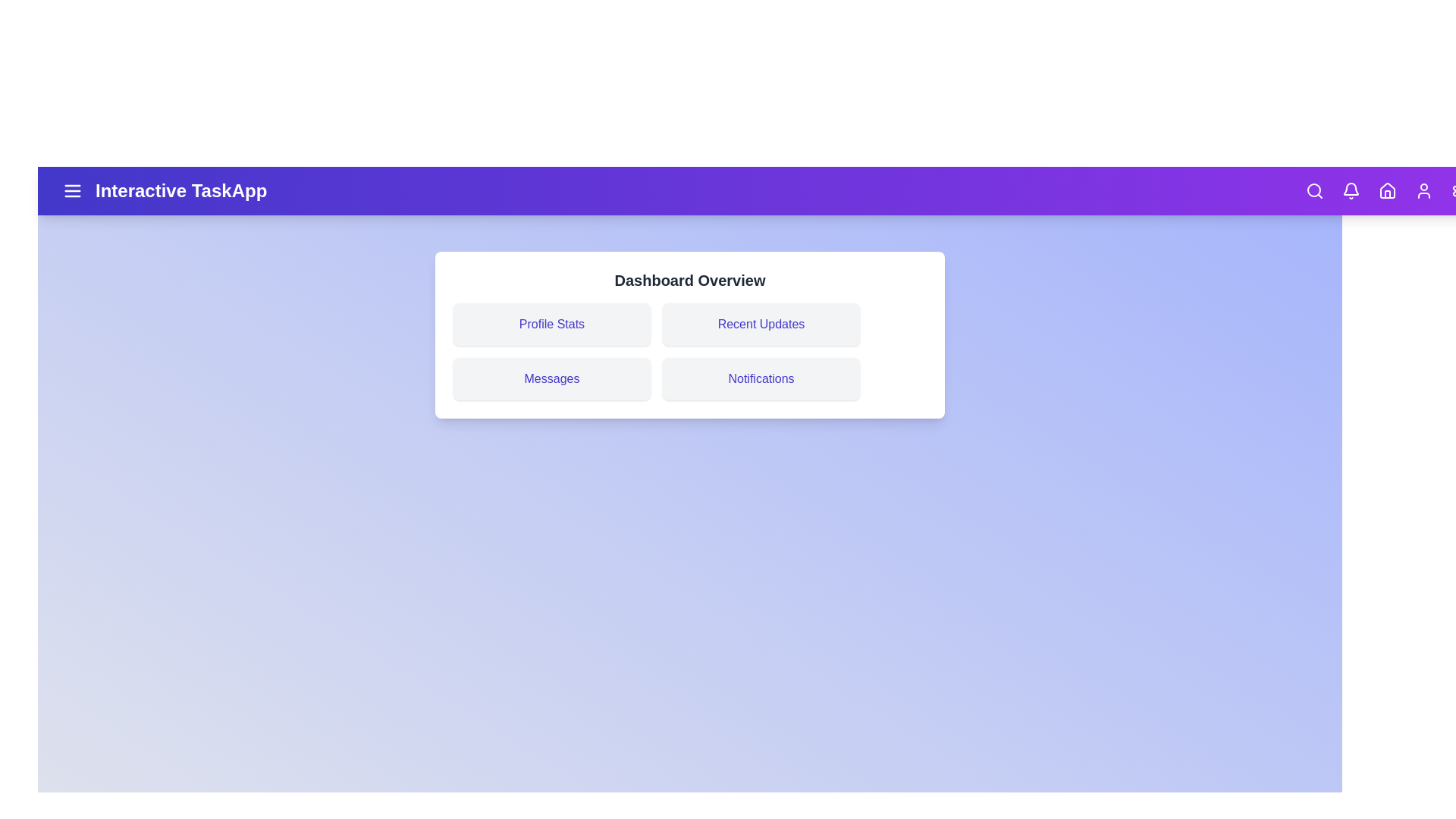 Image resolution: width=1456 pixels, height=819 pixels. I want to click on the 'Messages' section, so click(551, 378).